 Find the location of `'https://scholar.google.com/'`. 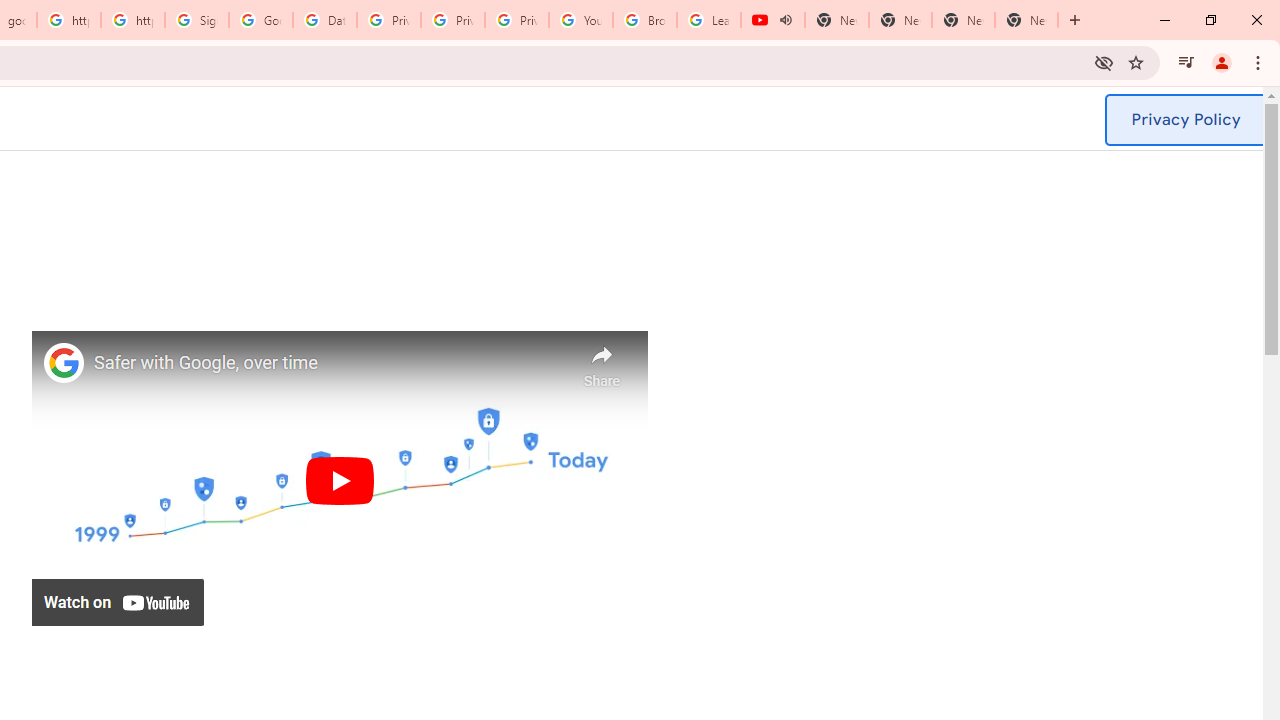

'https://scholar.google.com/' is located at coordinates (69, 20).